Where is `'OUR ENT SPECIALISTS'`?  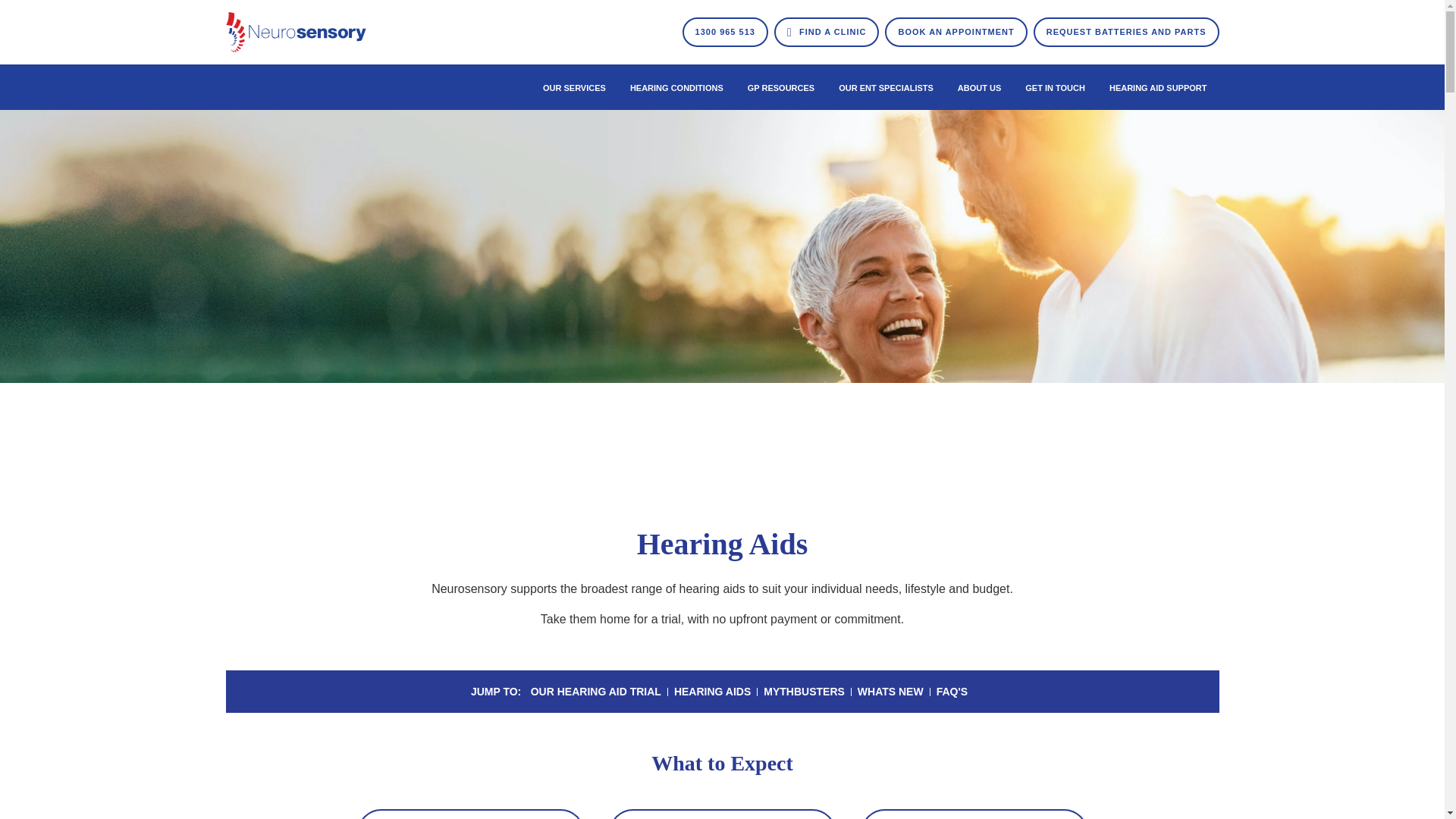 'OUR ENT SPECIALISTS' is located at coordinates (886, 87).